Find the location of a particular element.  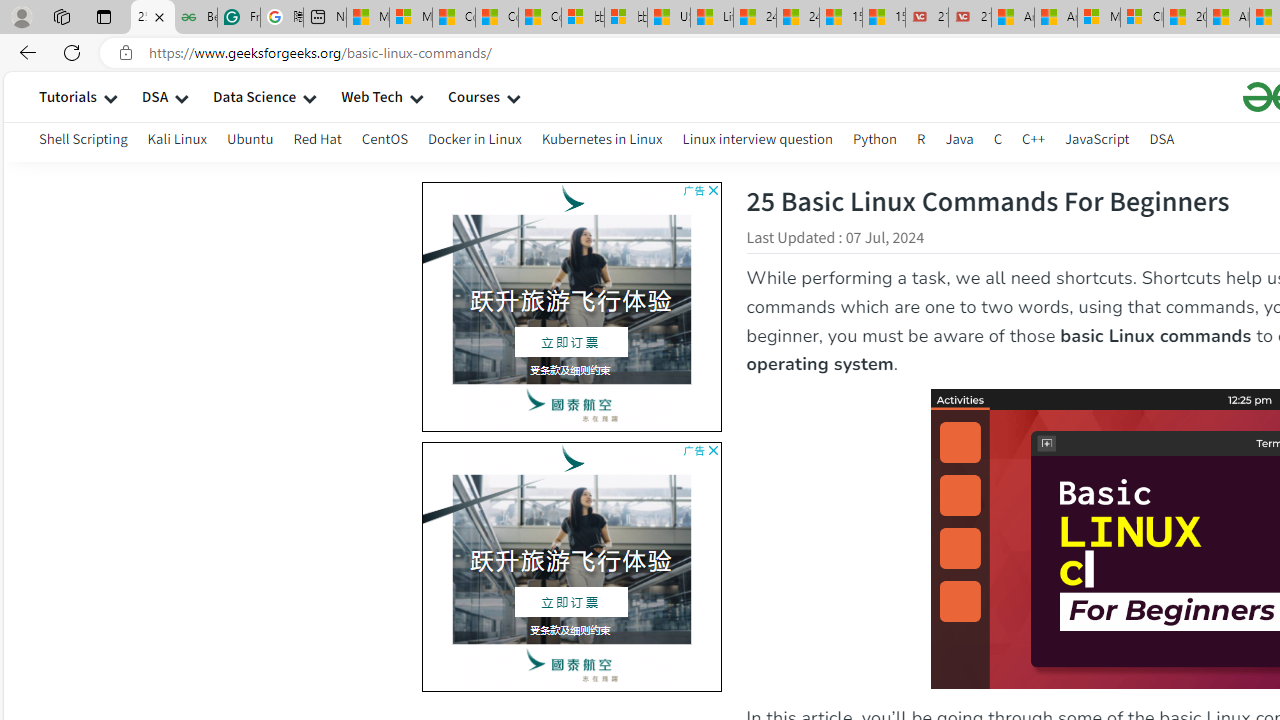

'Kali Linux' is located at coordinates (177, 141).